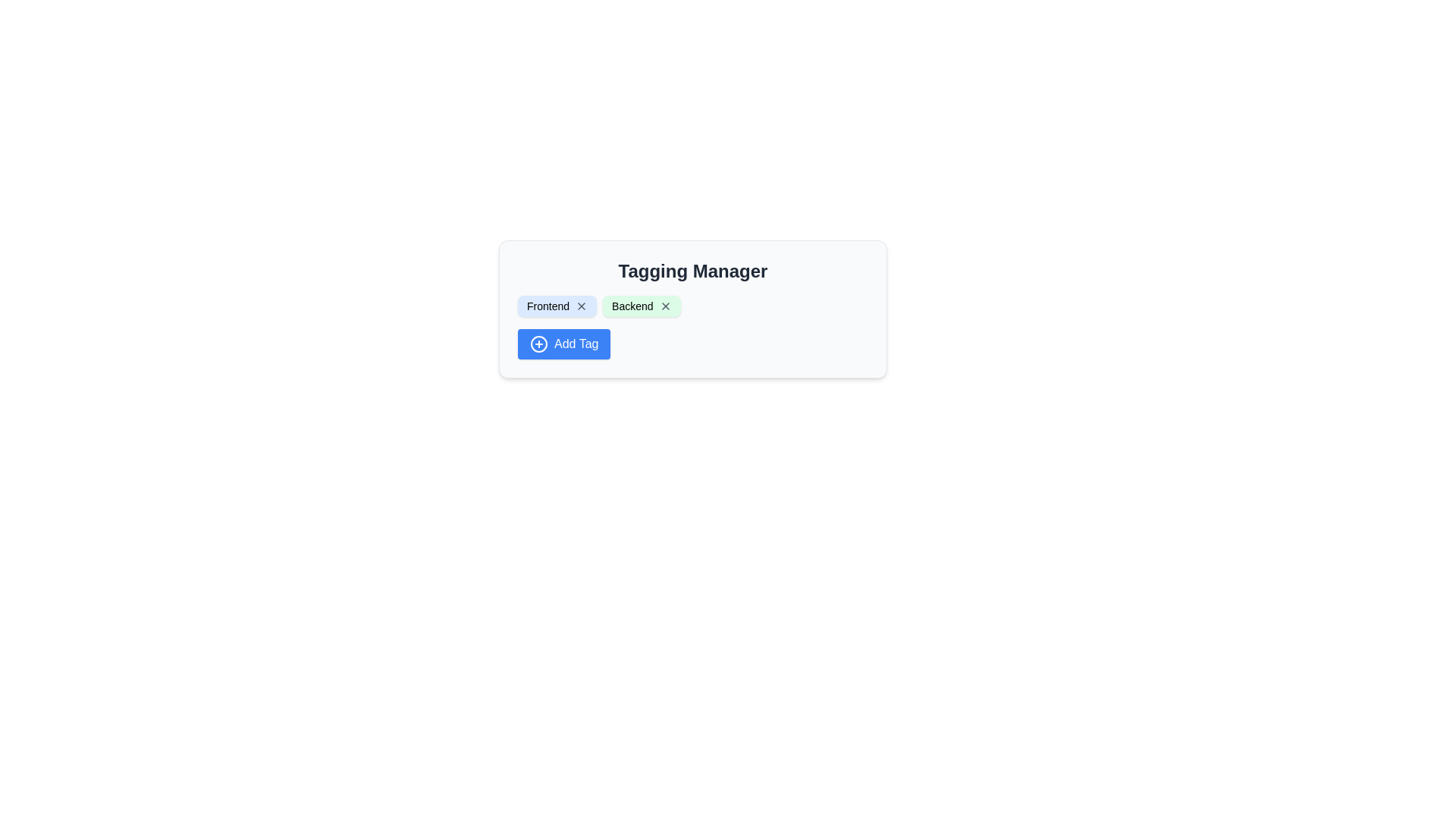  Describe the element at coordinates (538, 344) in the screenshot. I see `the SVG icon depicting a circular outline with a plus symbol inside, located to the left of the 'Add Tag' button in the 'Tagging Manager' modal` at that location.